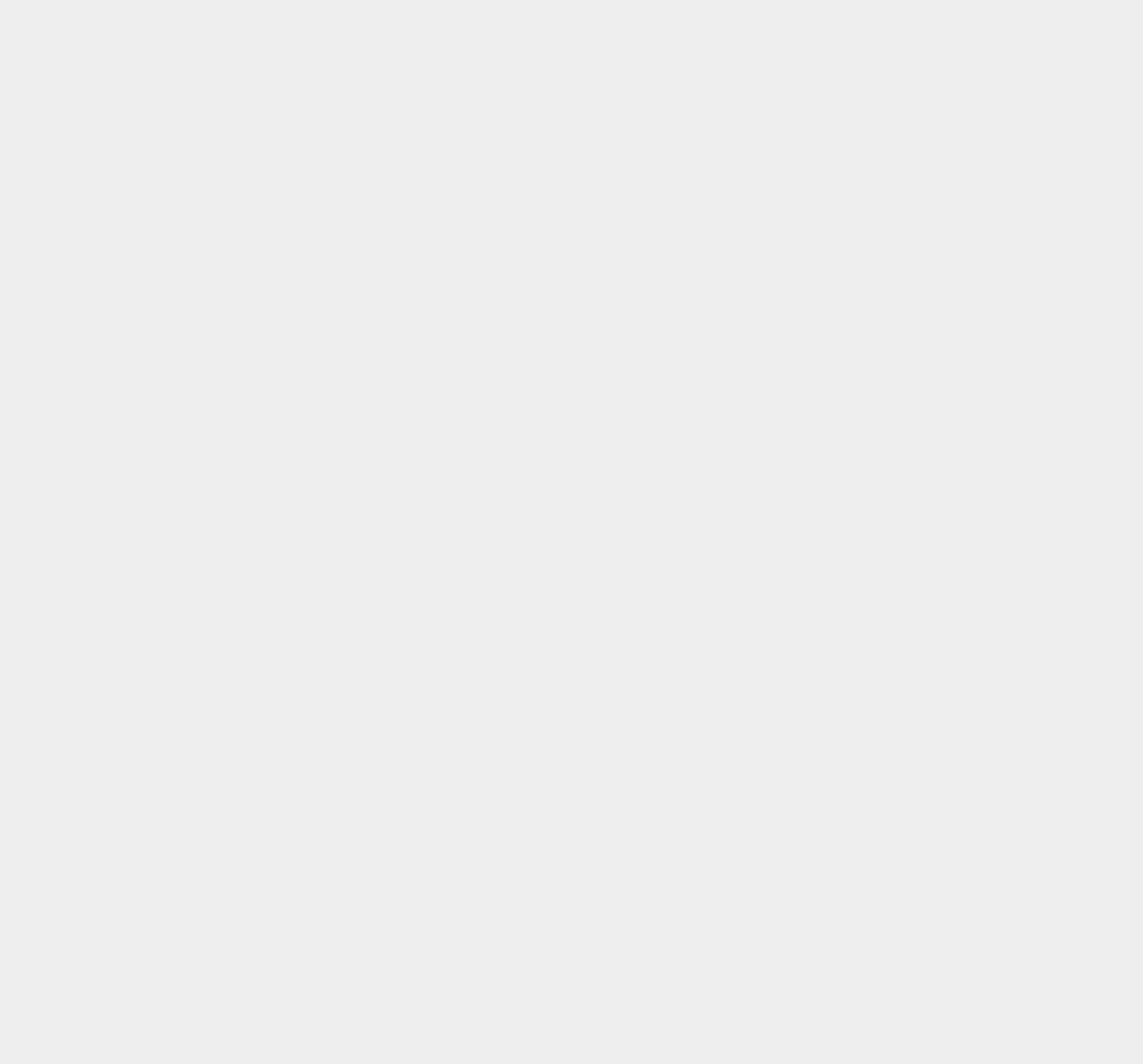 The height and width of the screenshot is (1064, 1143). What do you see at coordinates (826, 502) in the screenshot?
I see `'Oracle'` at bounding box center [826, 502].